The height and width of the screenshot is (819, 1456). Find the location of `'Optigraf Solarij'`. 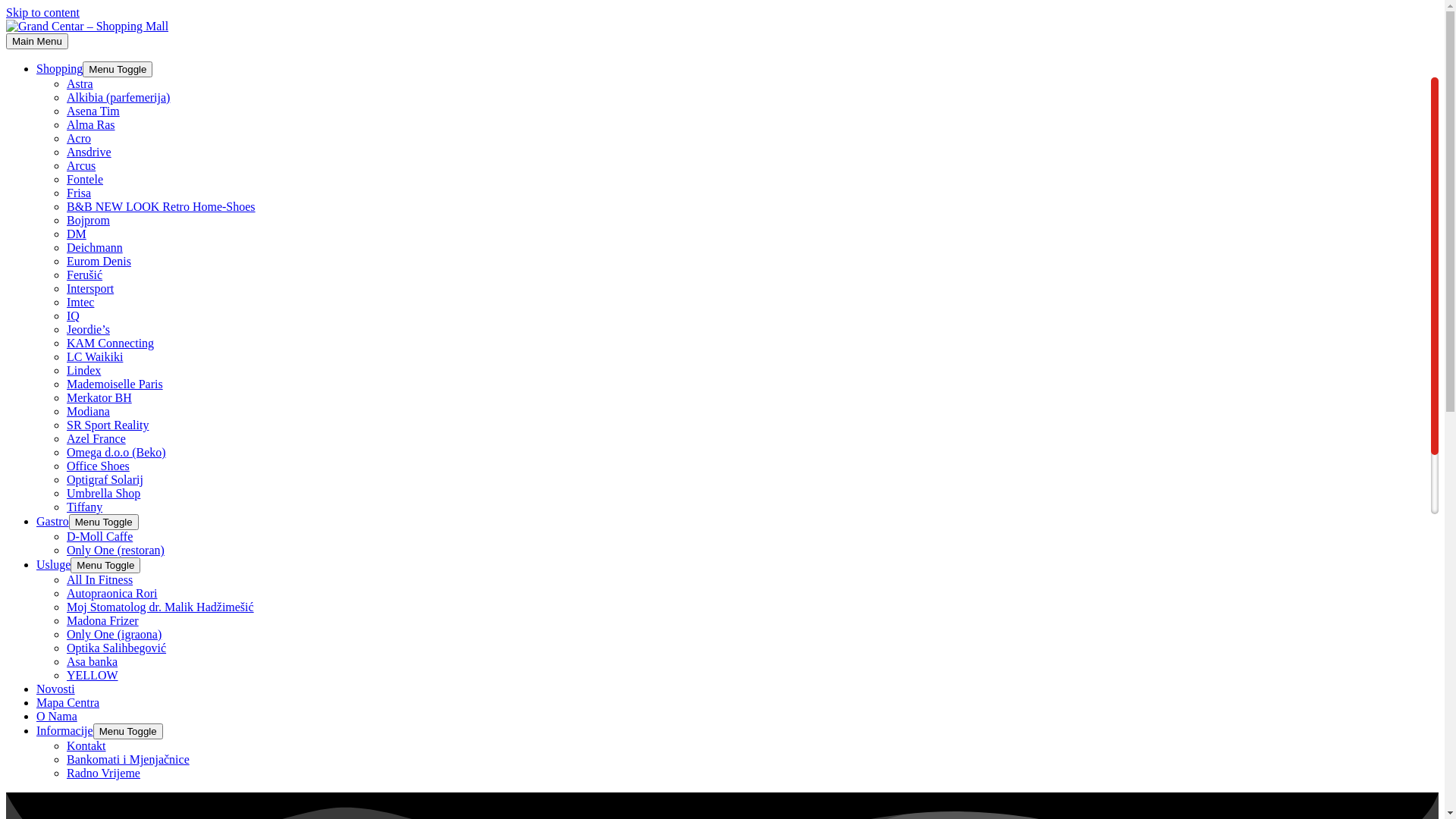

'Optigraf Solarij' is located at coordinates (104, 479).